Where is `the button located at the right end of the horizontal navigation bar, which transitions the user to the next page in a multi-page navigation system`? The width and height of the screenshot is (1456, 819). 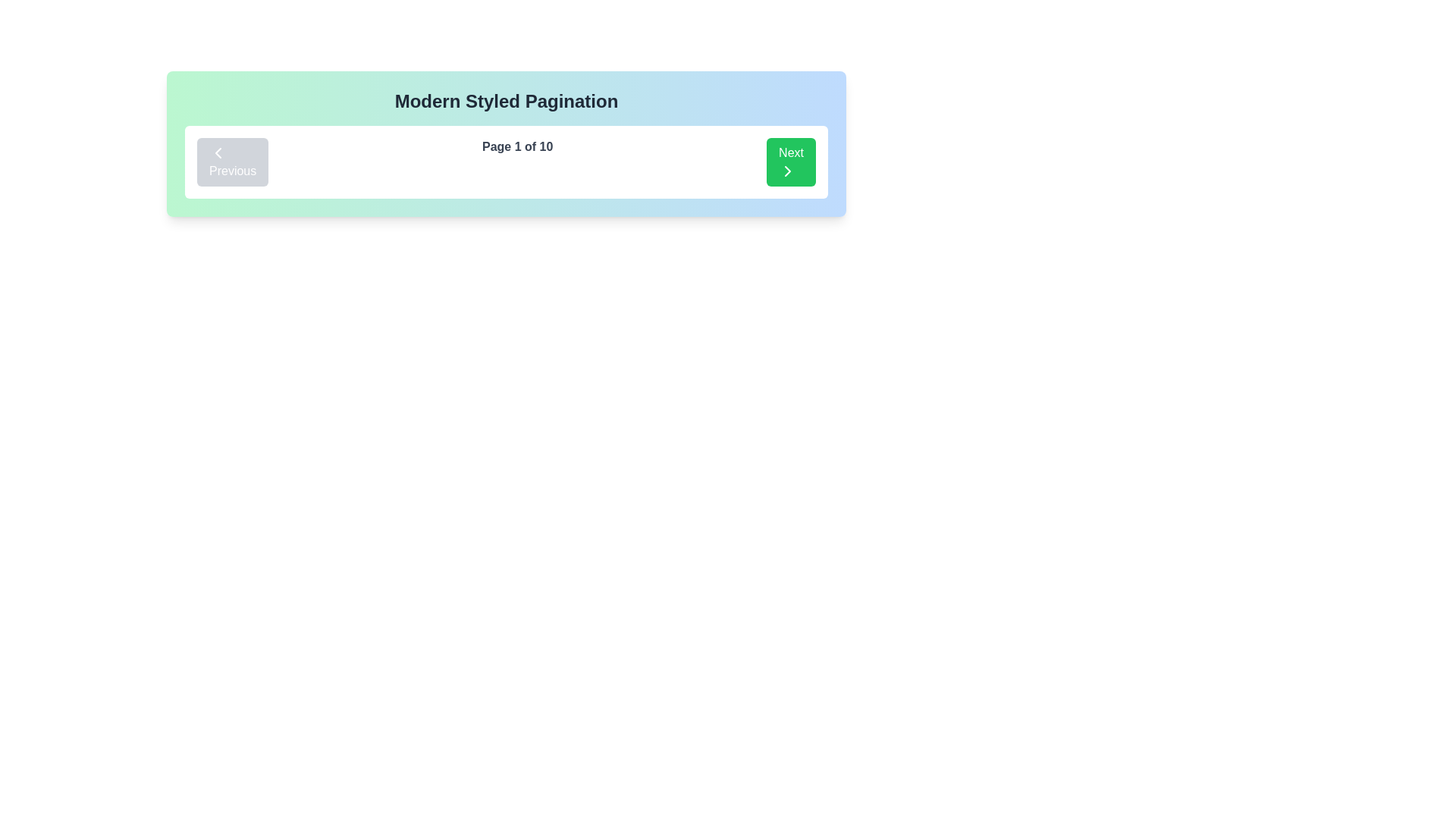 the button located at the right end of the horizontal navigation bar, which transitions the user to the next page in a multi-page navigation system is located at coordinates (790, 162).